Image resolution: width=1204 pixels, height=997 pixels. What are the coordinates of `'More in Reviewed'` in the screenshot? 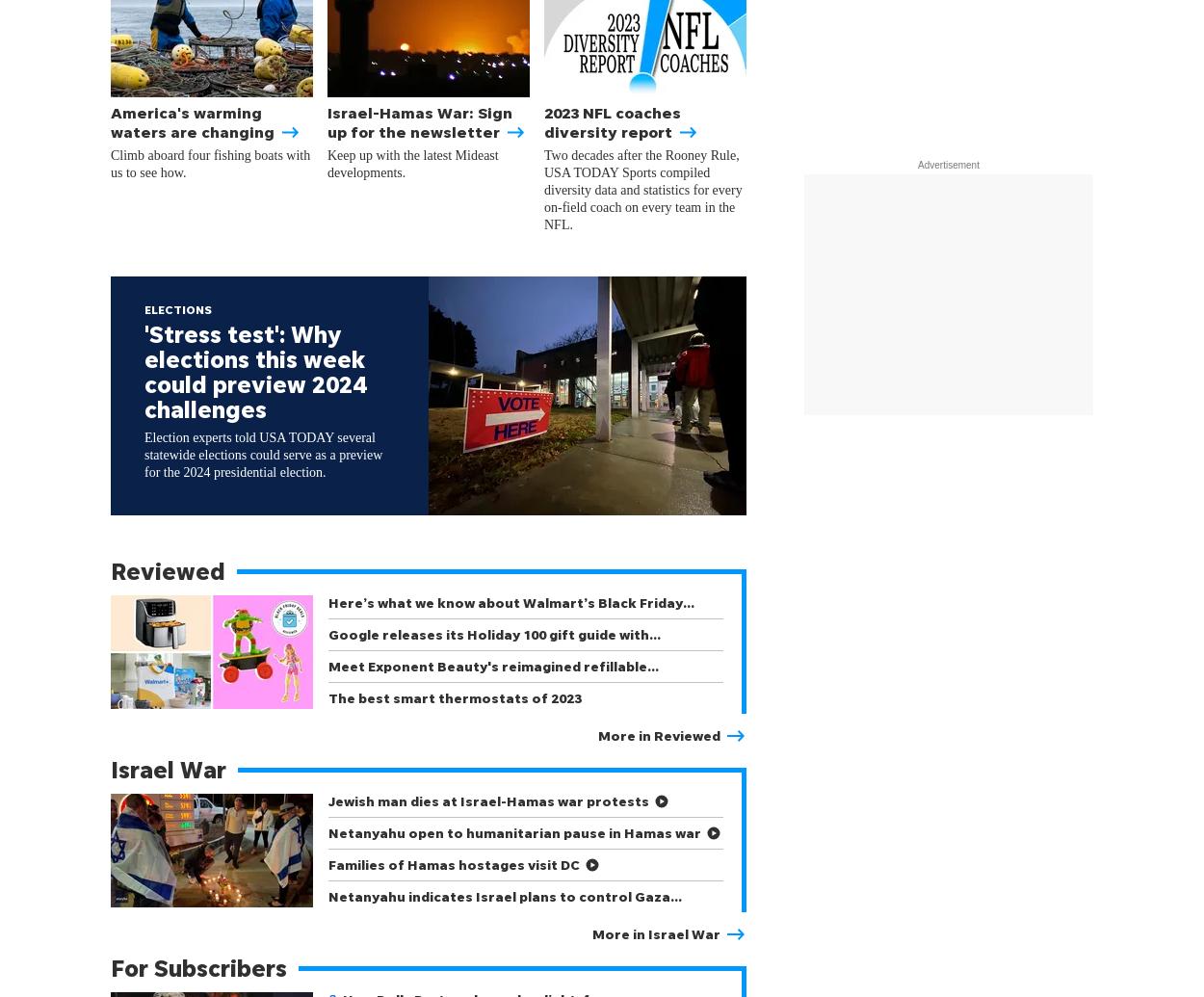 It's located at (659, 734).